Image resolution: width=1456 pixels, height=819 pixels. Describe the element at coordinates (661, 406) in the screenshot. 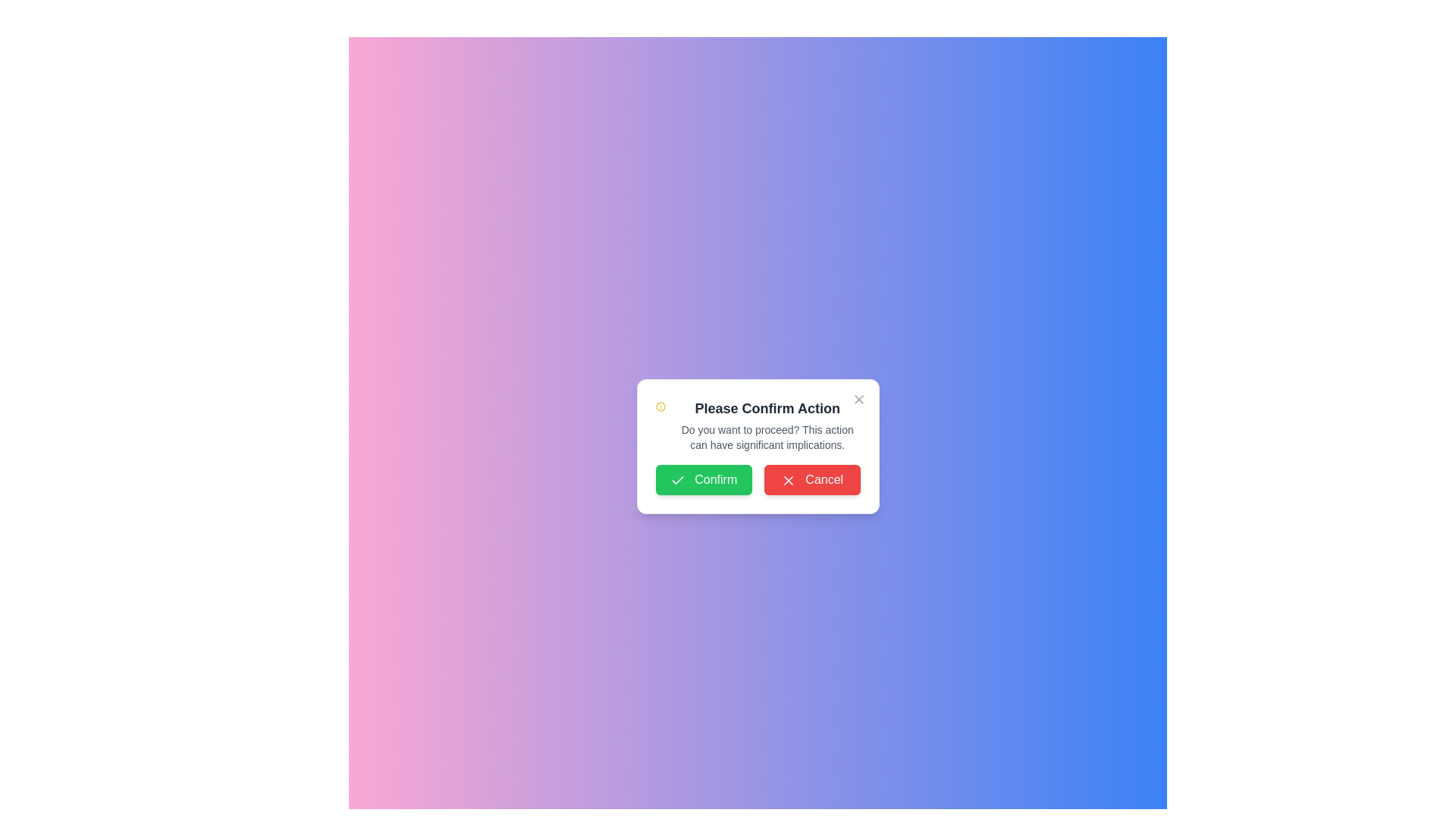

I see `the yellow circular border of the graphical element located in the top left corner of the dialog box titled 'Please Confirm Action'` at that location.